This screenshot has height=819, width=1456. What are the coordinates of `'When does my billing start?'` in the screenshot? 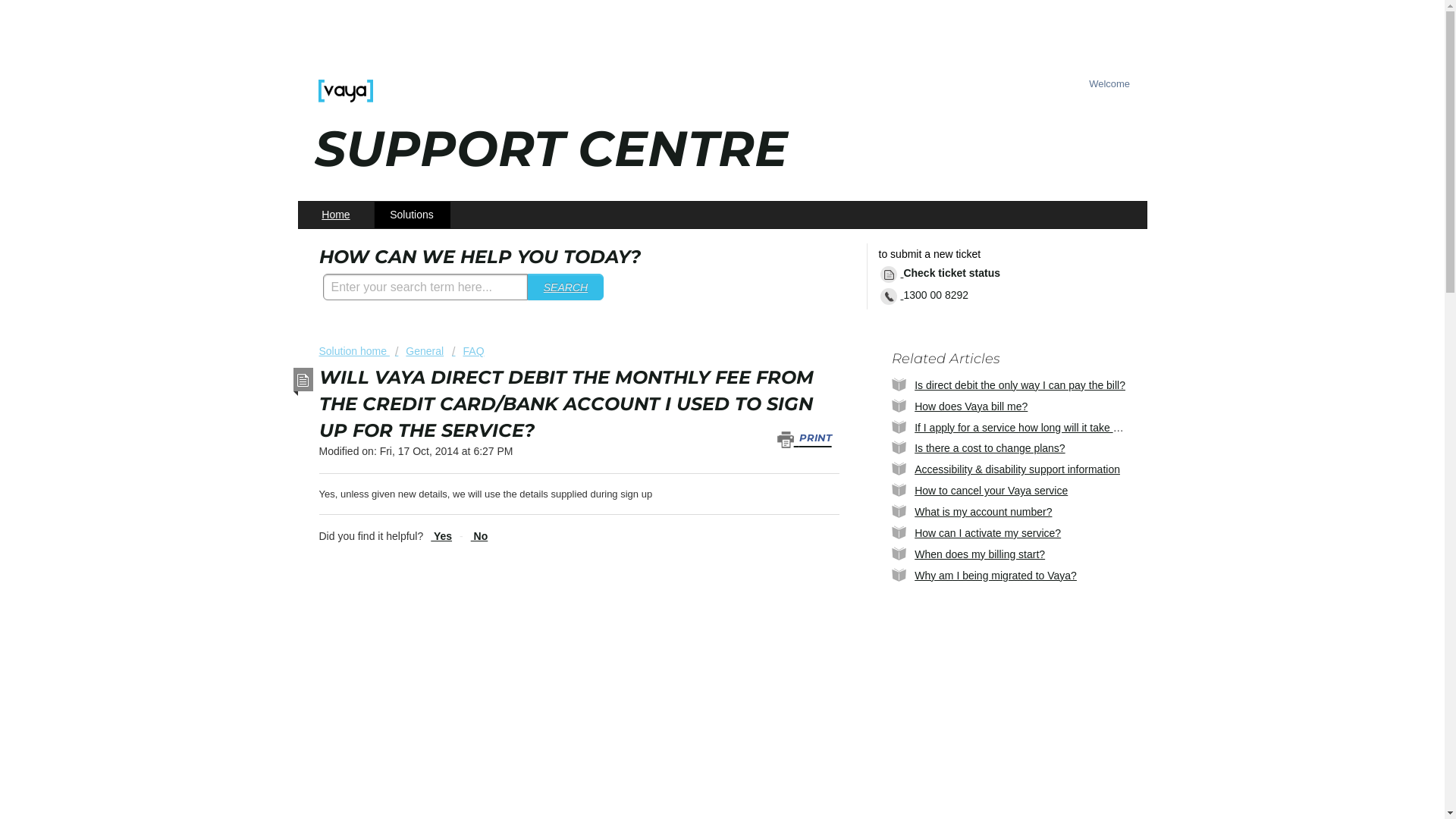 It's located at (979, 554).